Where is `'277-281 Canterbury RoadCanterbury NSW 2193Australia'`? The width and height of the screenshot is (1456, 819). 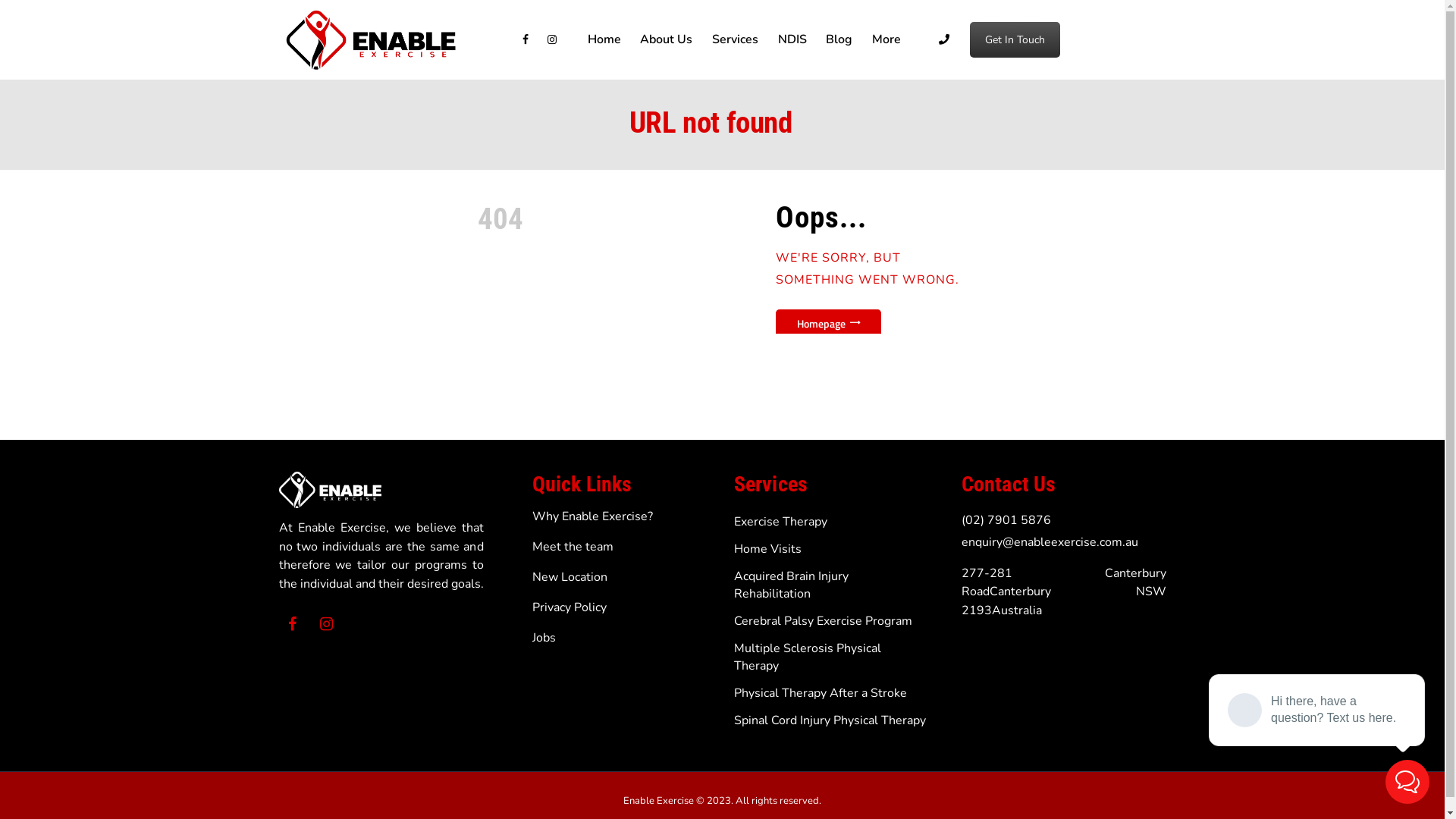
'277-281 Canterbury RoadCanterbury NSW 2193Australia' is located at coordinates (1062, 591).